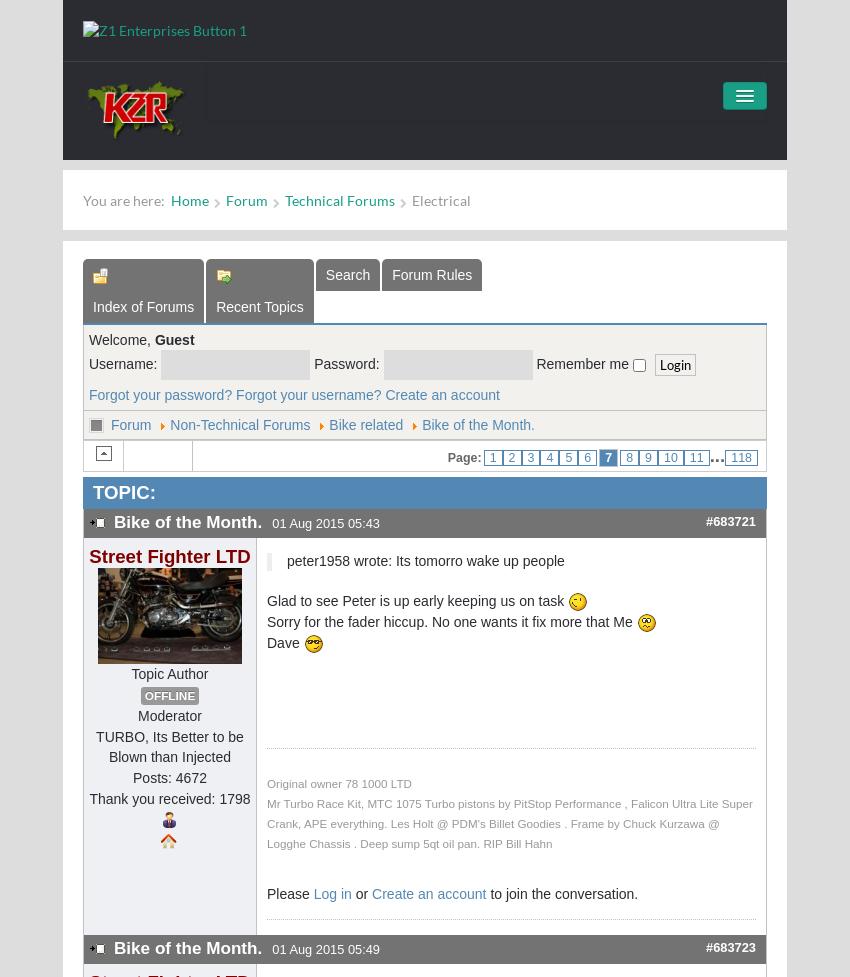 This screenshot has width=850, height=977. I want to click on 'Original owner 78 1000 LTD', so click(265, 783).